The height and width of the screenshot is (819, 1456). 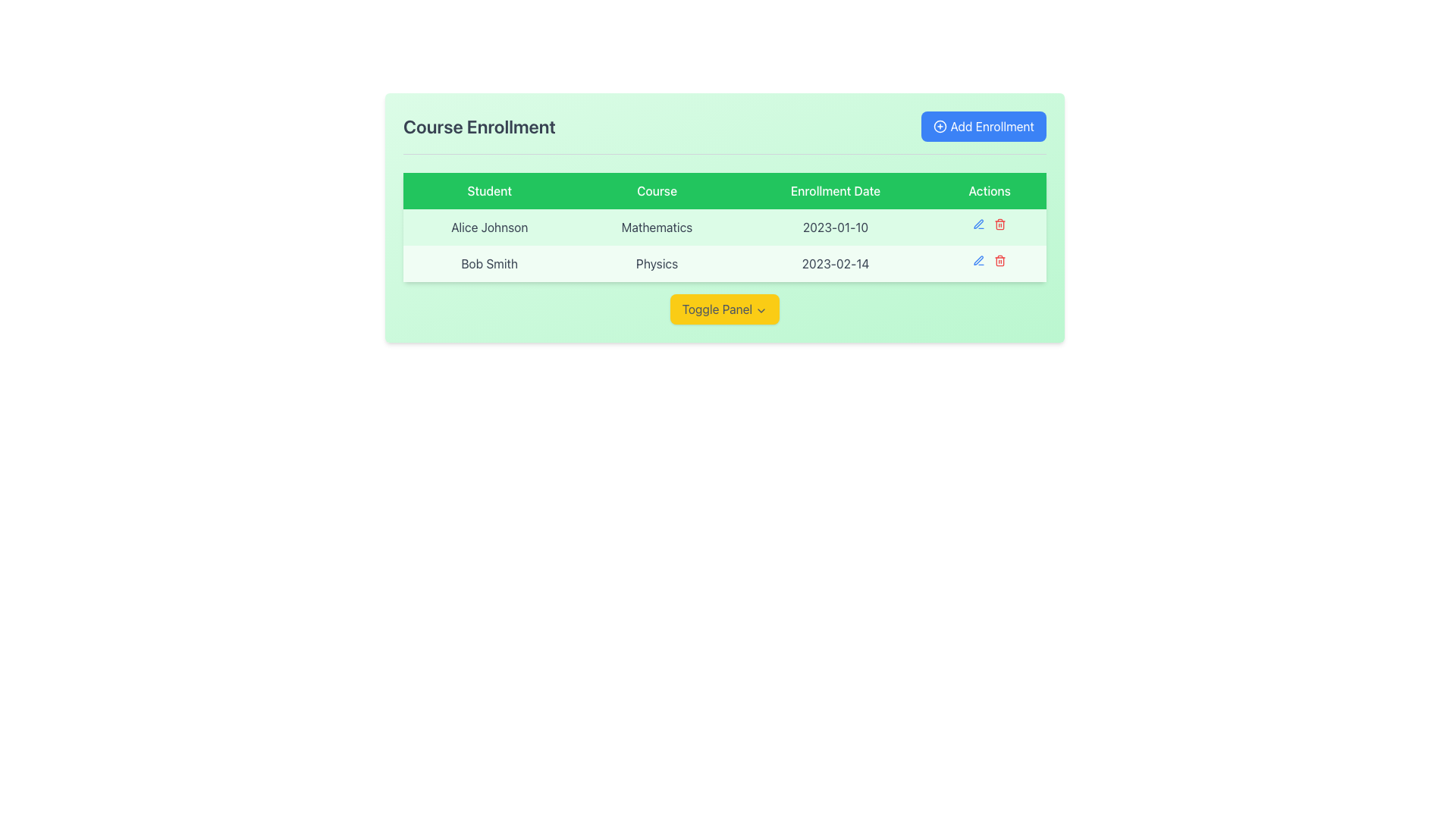 I want to click on the Table Header Cell labeled 'Student' with a green background and white text, located in the first column of the header row of the data table, so click(x=489, y=190).